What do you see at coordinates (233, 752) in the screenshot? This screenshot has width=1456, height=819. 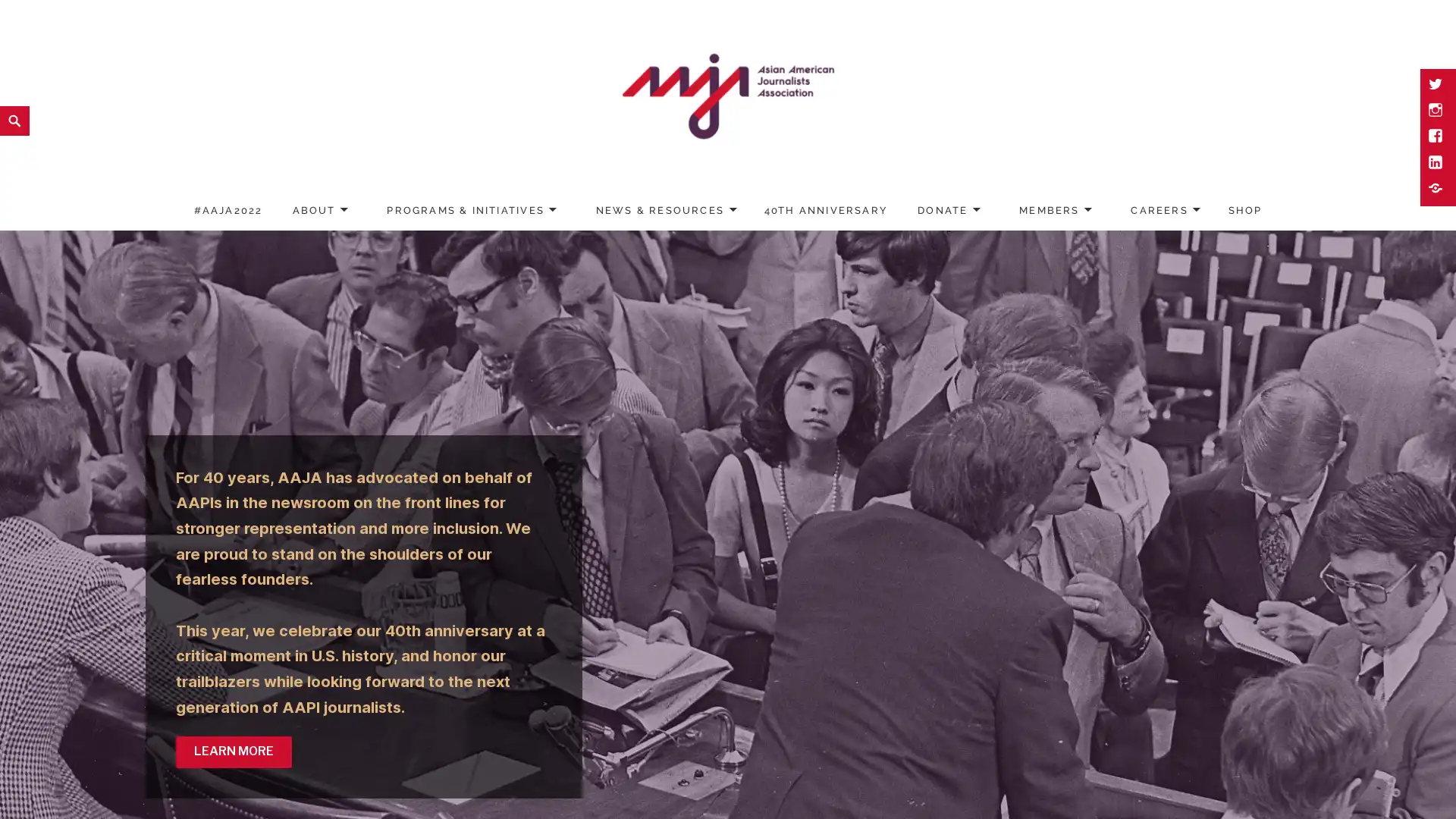 I see `LEARN MORE` at bounding box center [233, 752].